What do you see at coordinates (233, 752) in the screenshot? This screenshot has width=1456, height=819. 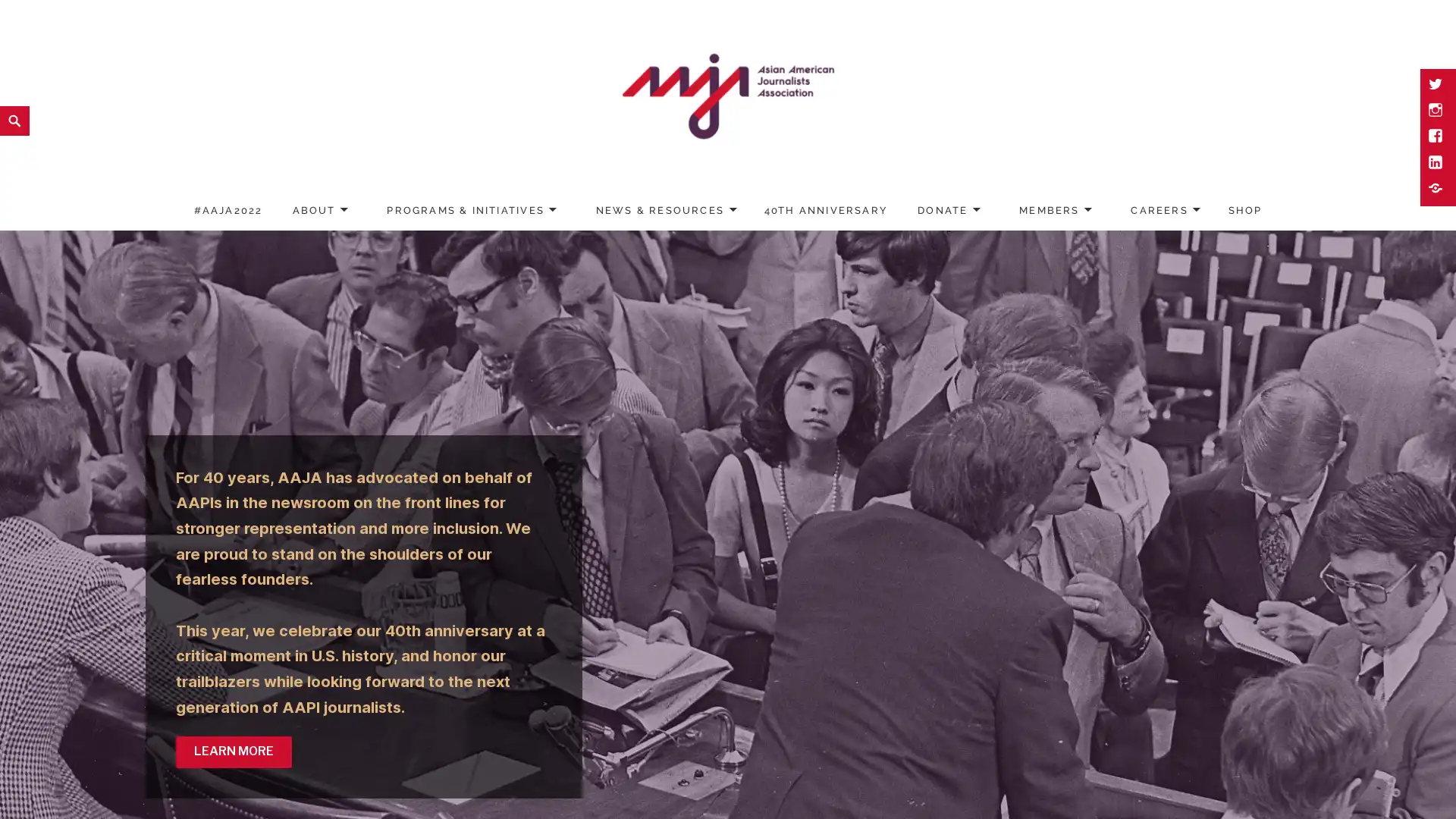 I see `LEARN MORE` at bounding box center [233, 752].